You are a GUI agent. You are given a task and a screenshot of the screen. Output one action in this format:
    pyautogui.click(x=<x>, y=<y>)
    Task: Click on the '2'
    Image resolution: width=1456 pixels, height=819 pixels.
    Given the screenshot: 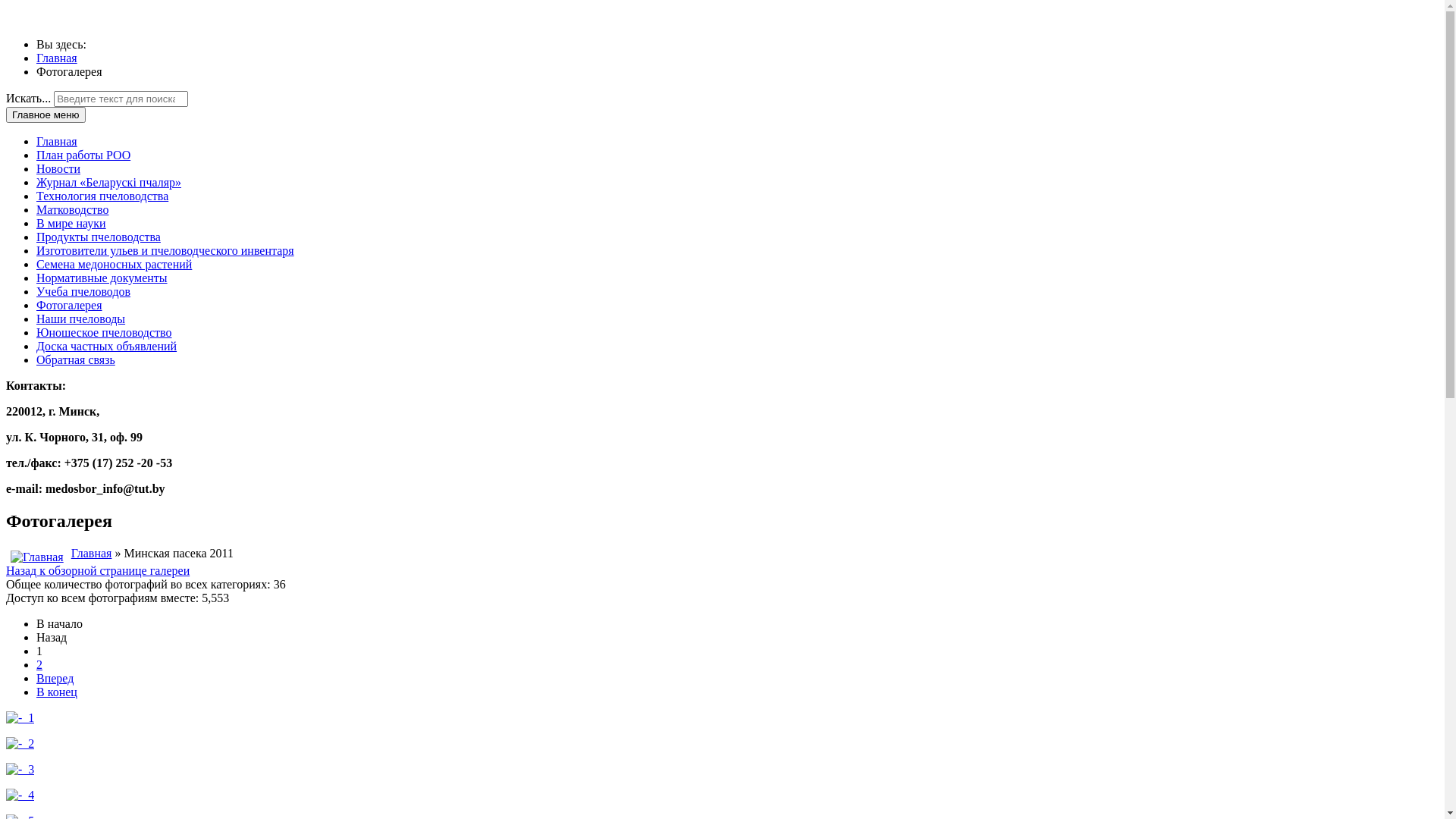 What is the action you would take?
    pyautogui.click(x=39, y=664)
    